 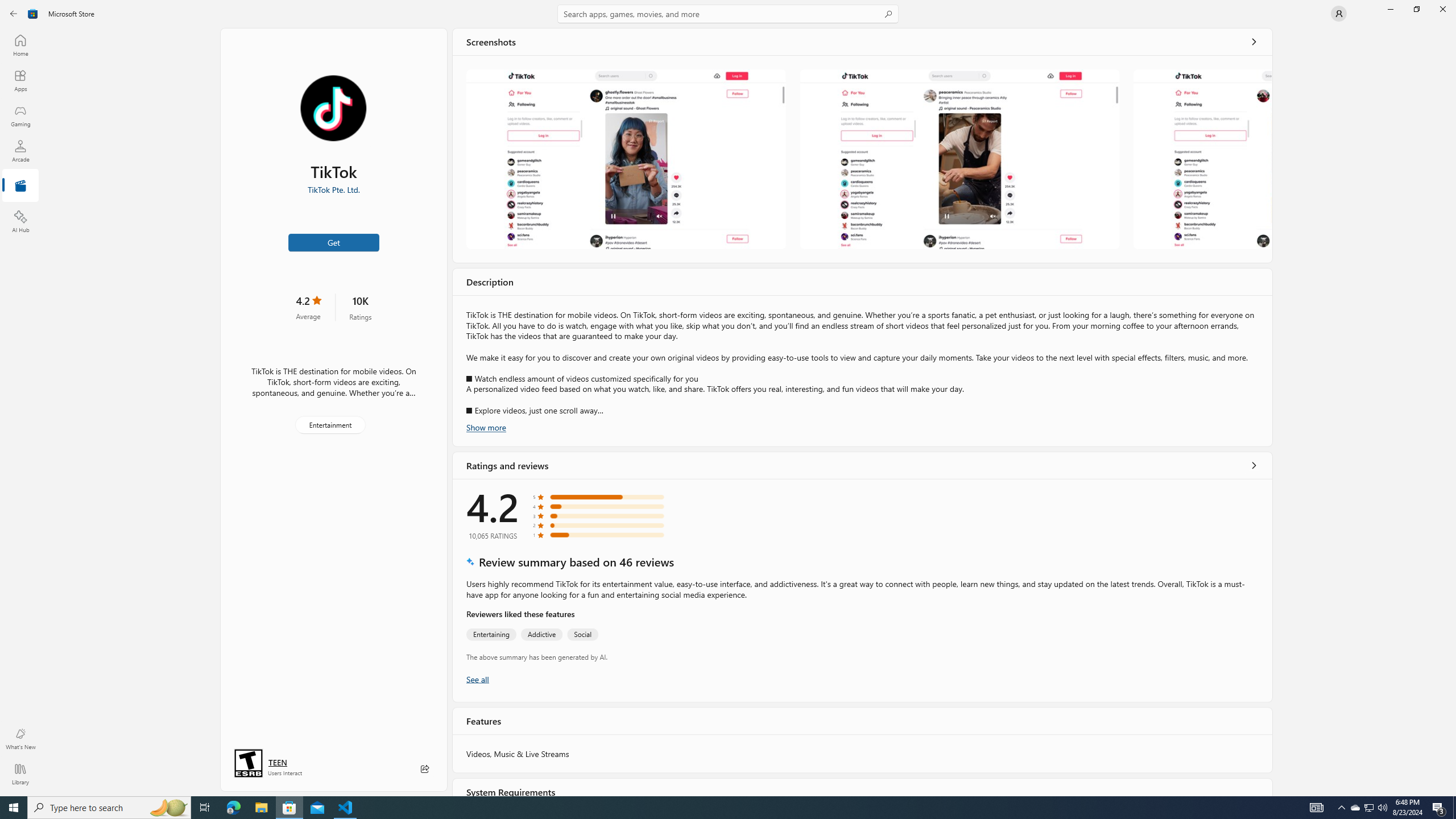 What do you see at coordinates (19, 773) in the screenshot?
I see `'Library'` at bounding box center [19, 773].